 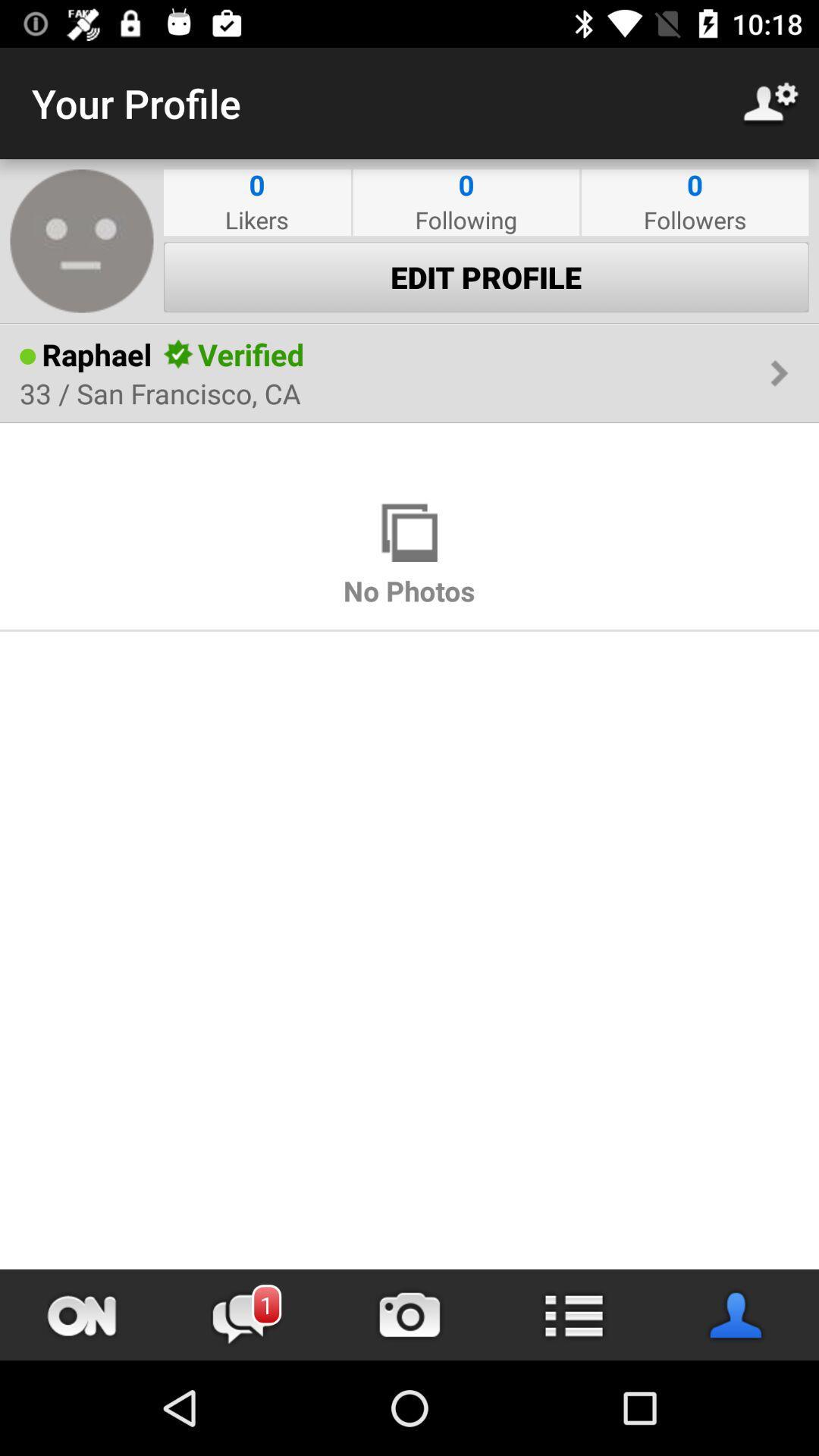 What do you see at coordinates (27, 356) in the screenshot?
I see `the item to the left of the raphael icon` at bounding box center [27, 356].